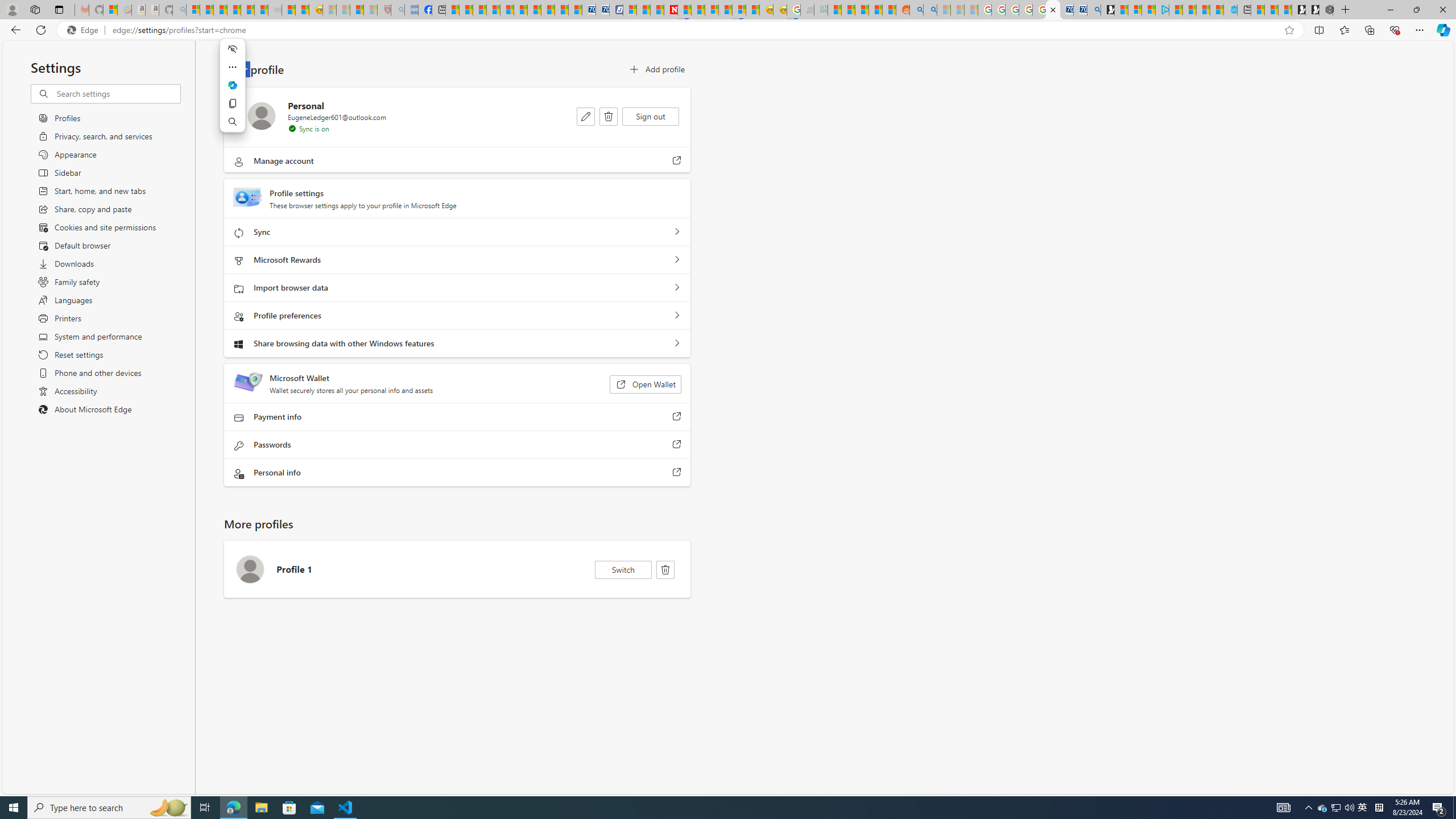 Image resolution: width=1456 pixels, height=819 pixels. Describe the element at coordinates (1108, 9) in the screenshot. I see `'Microsoft Start Gaming'` at that location.